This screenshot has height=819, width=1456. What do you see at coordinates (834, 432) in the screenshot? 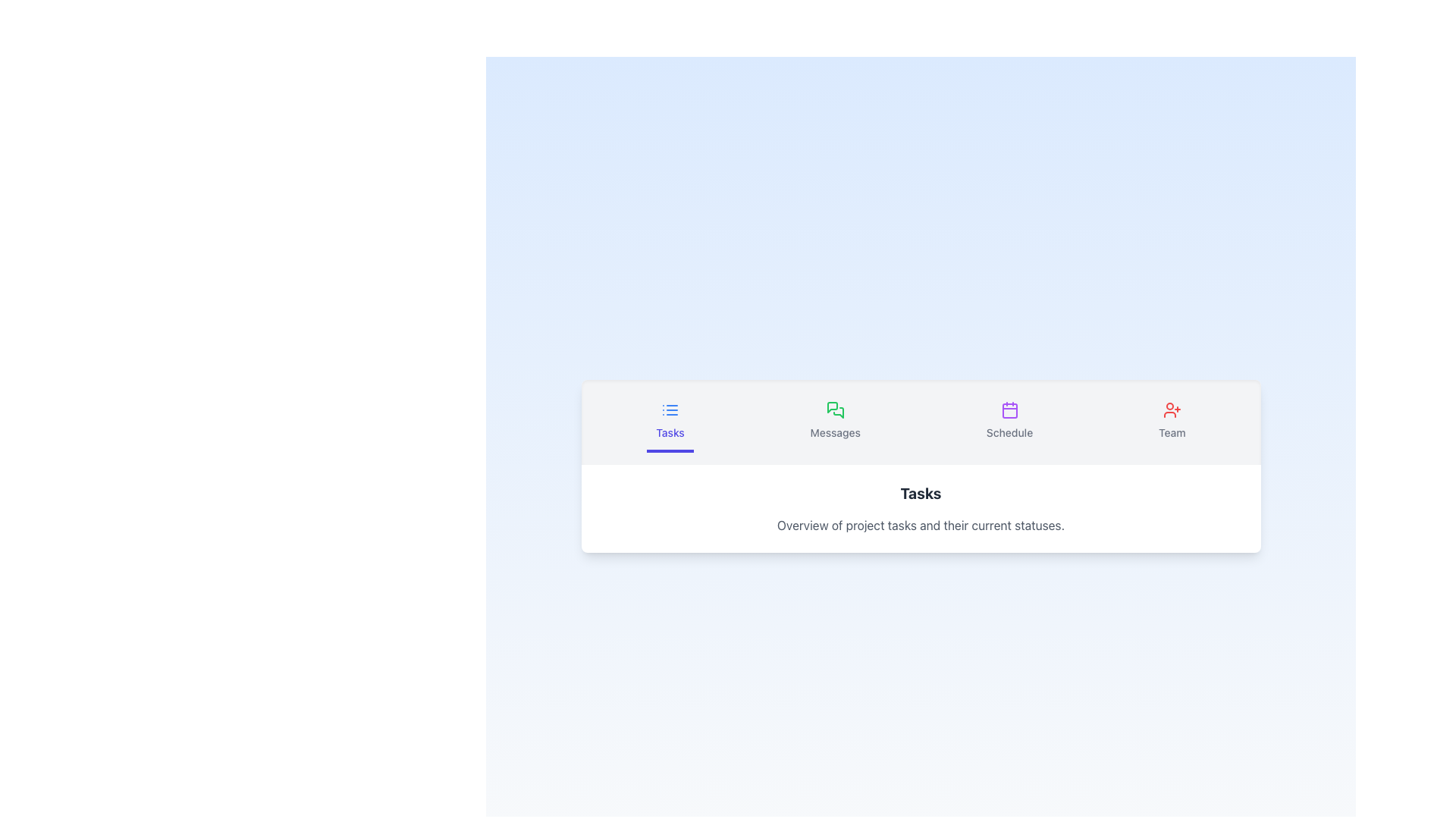
I see `the text label displaying 'Messages' which is styled with medium font size and is centered below the speech bubble icon in the navigation bar` at bounding box center [834, 432].